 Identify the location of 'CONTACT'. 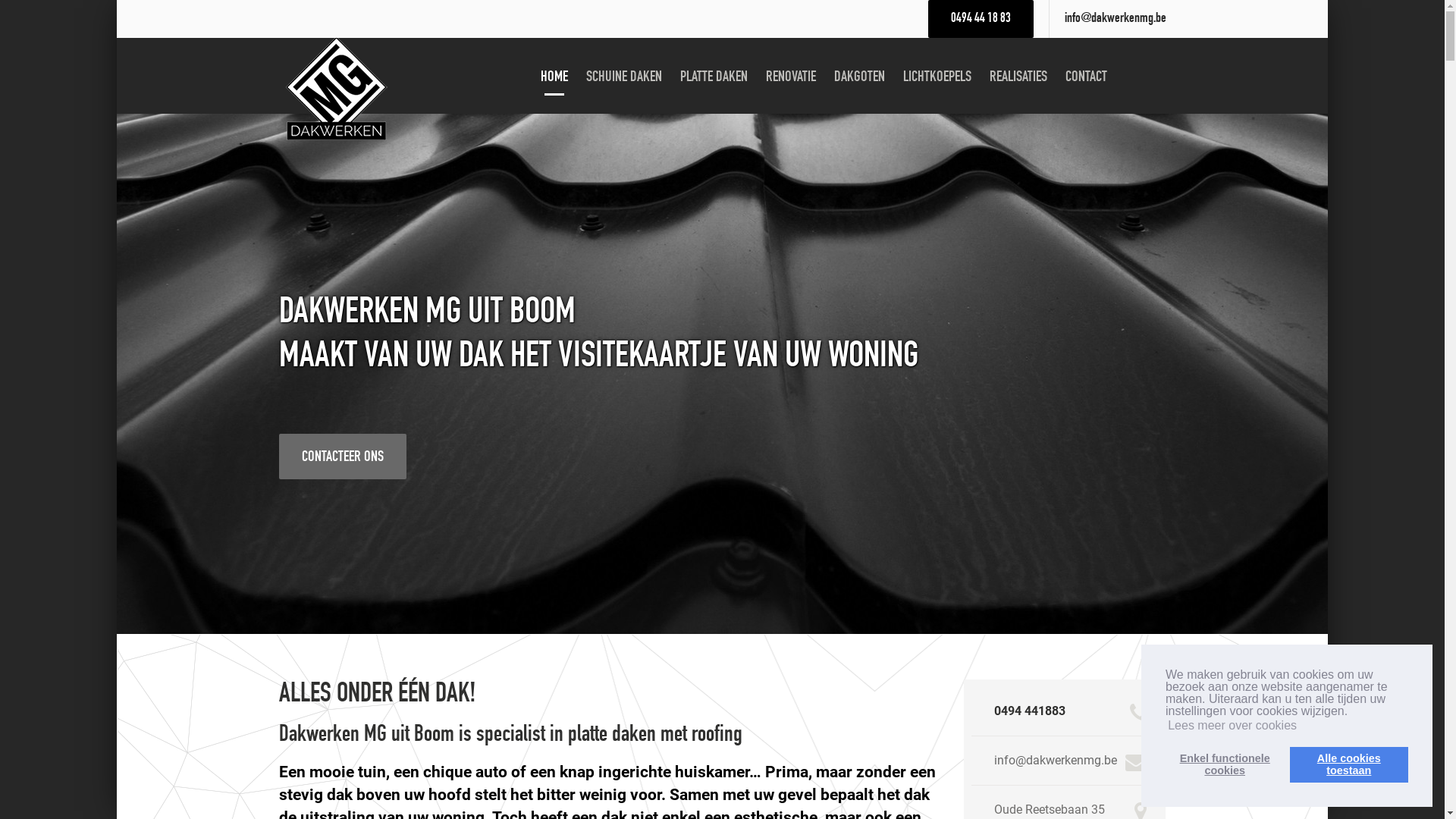
(1085, 76).